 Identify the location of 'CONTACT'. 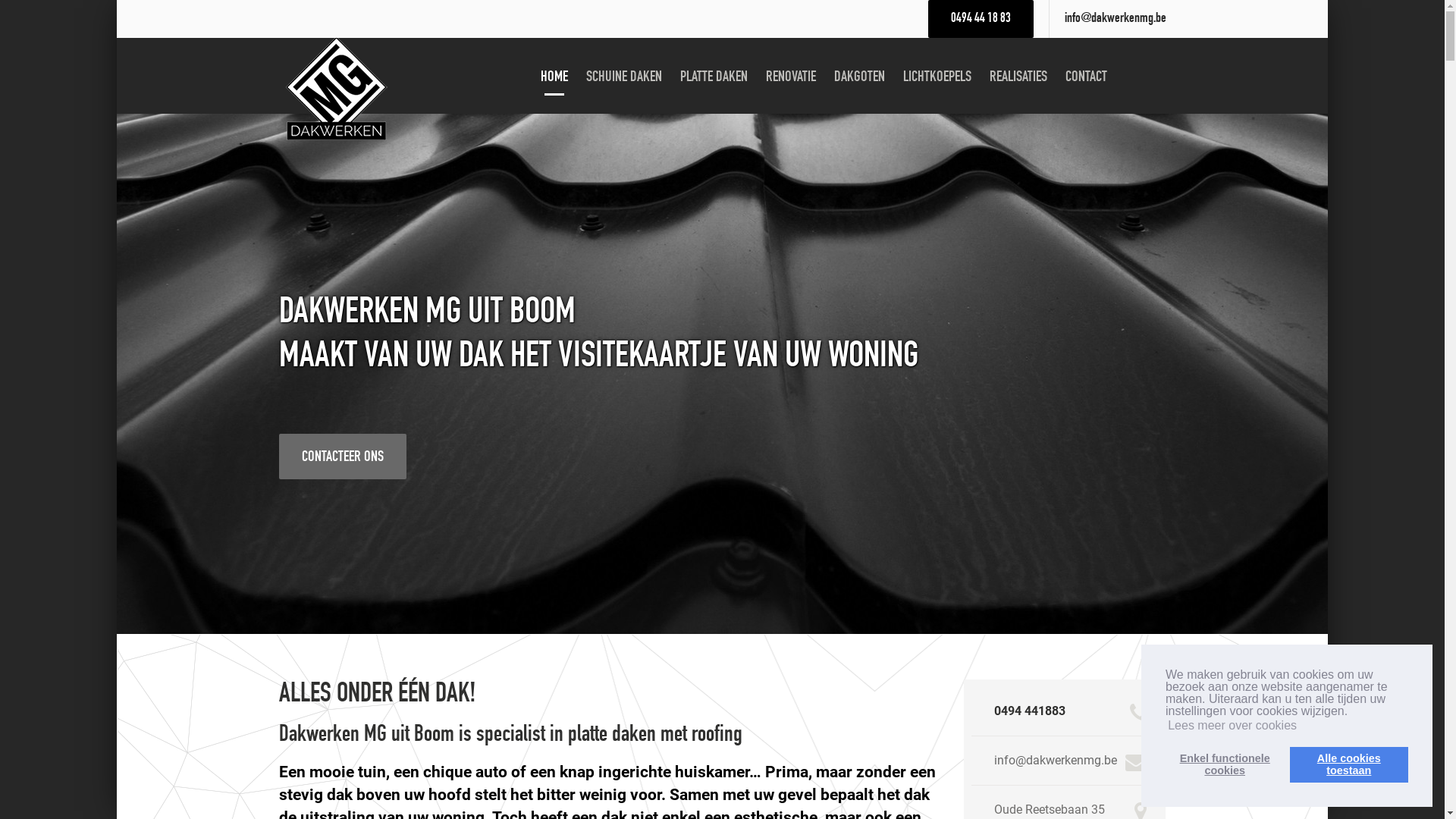
(1085, 76).